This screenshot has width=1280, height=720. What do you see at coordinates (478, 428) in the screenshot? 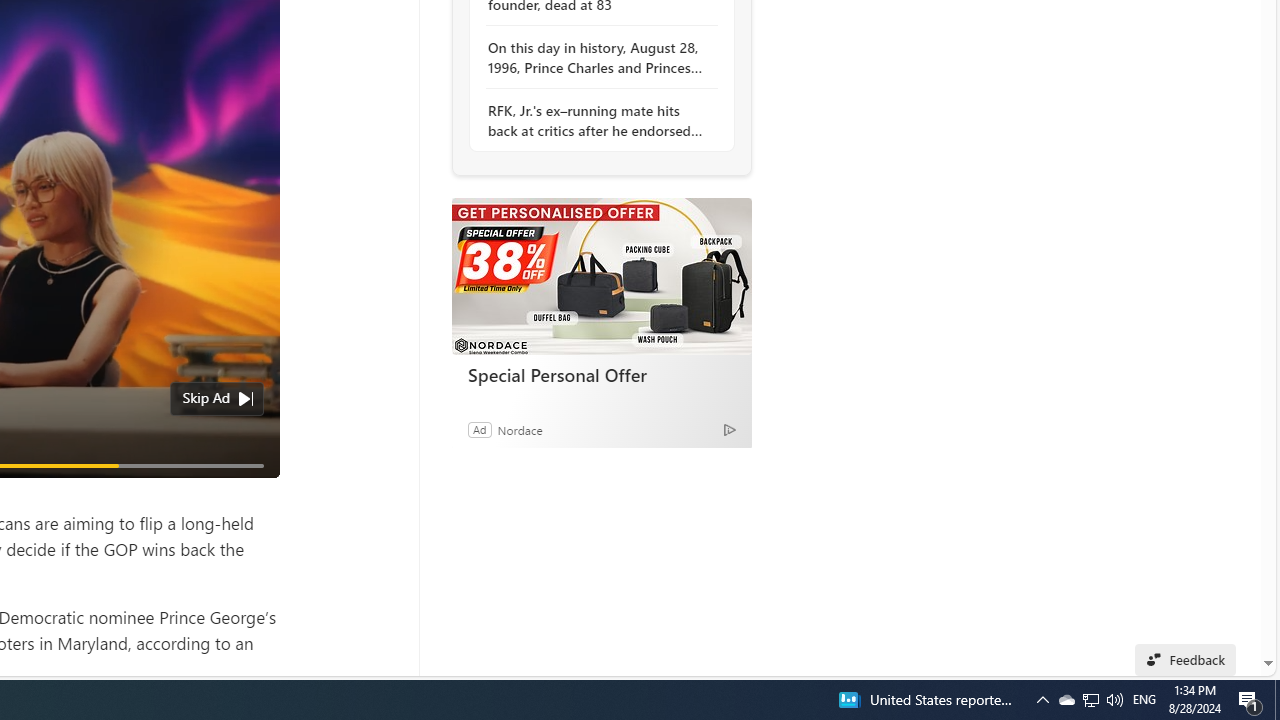
I see `'Ad'` at bounding box center [478, 428].